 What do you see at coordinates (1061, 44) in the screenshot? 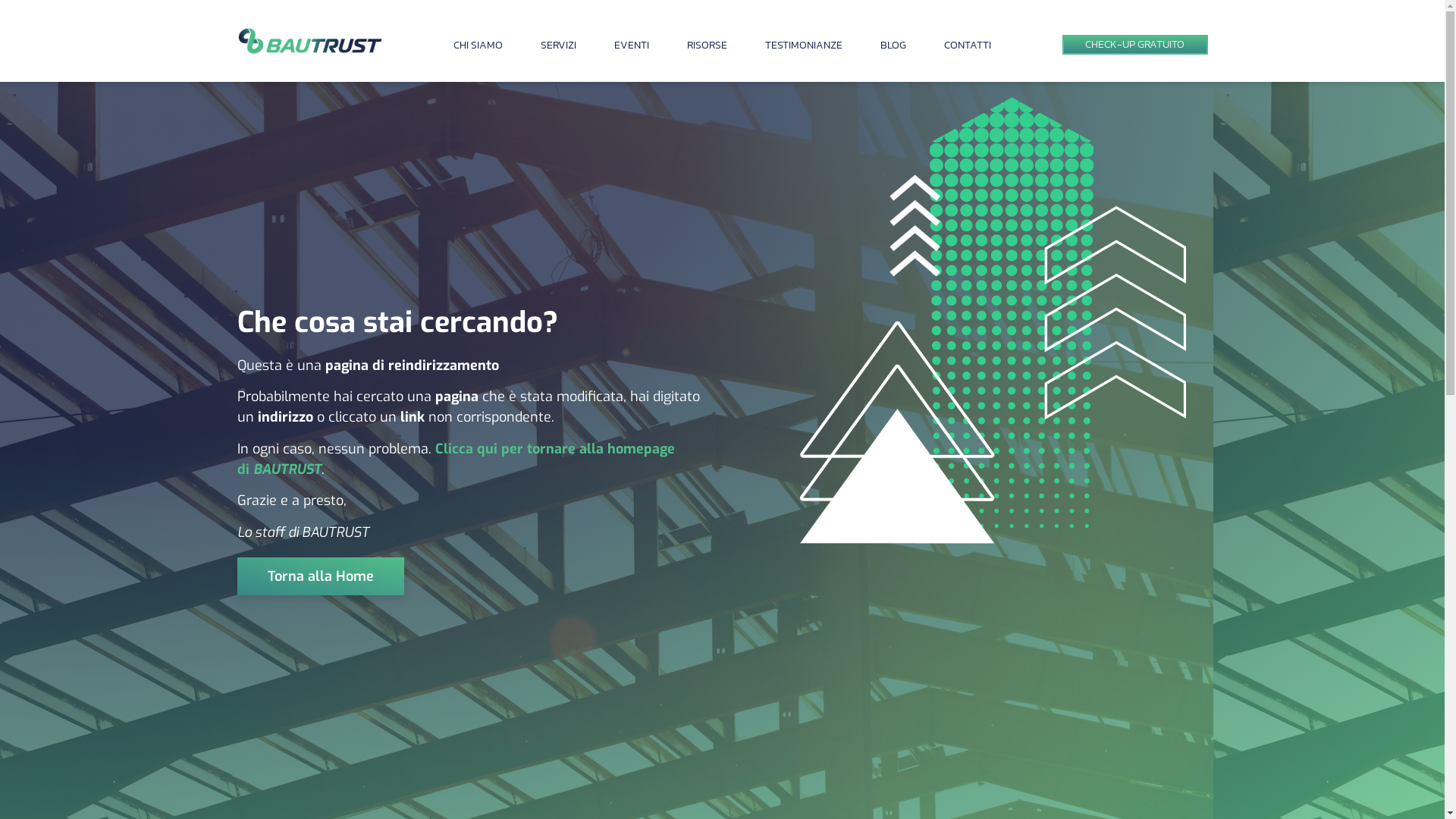
I see `'CHECK-UP GRATUITO'` at bounding box center [1061, 44].